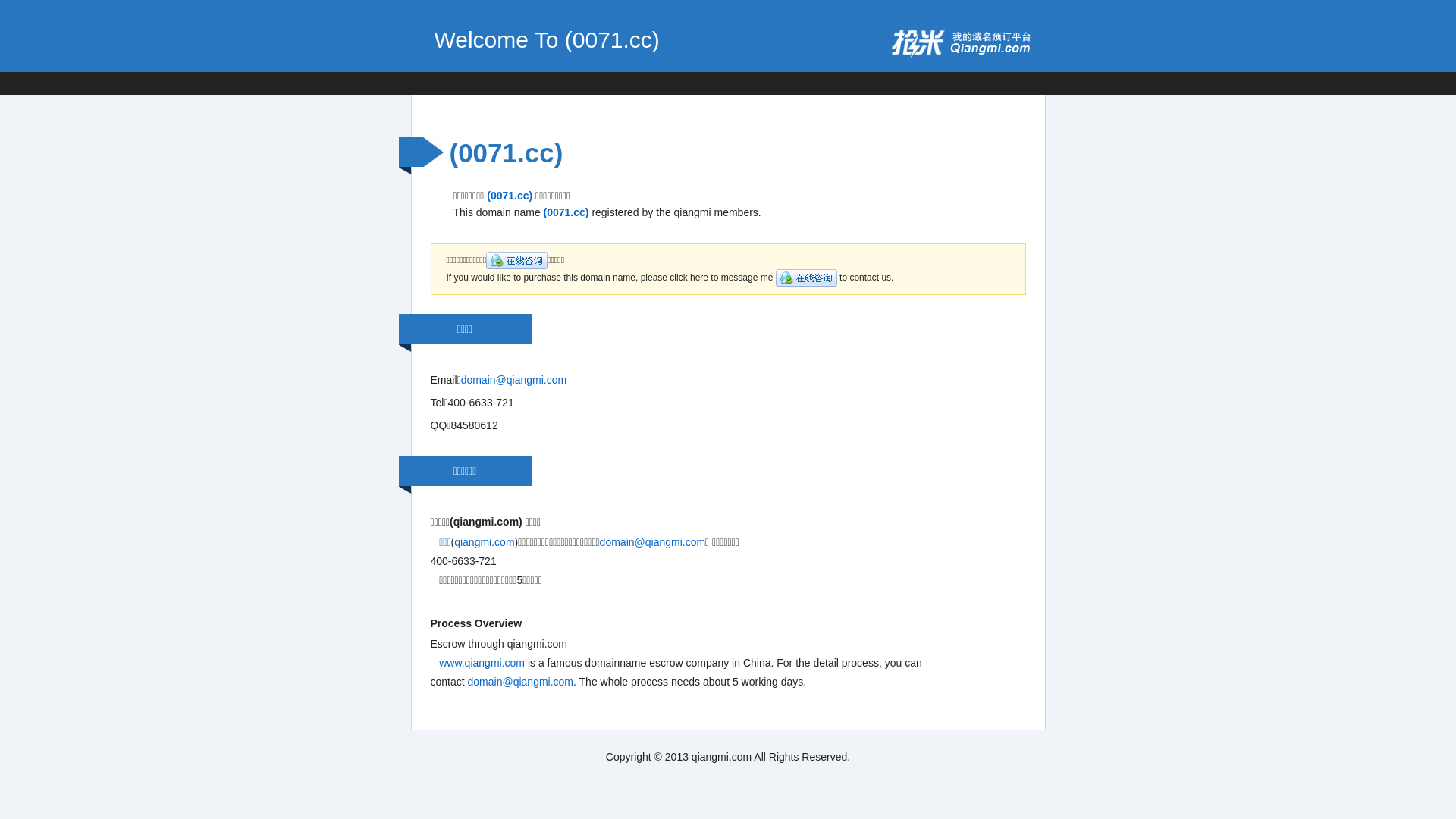 The height and width of the screenshot is (819, 1456). Describe the element at coordinates (652, 541) in the screenshot. I see `'domain@qiangmi.com'` at that location.